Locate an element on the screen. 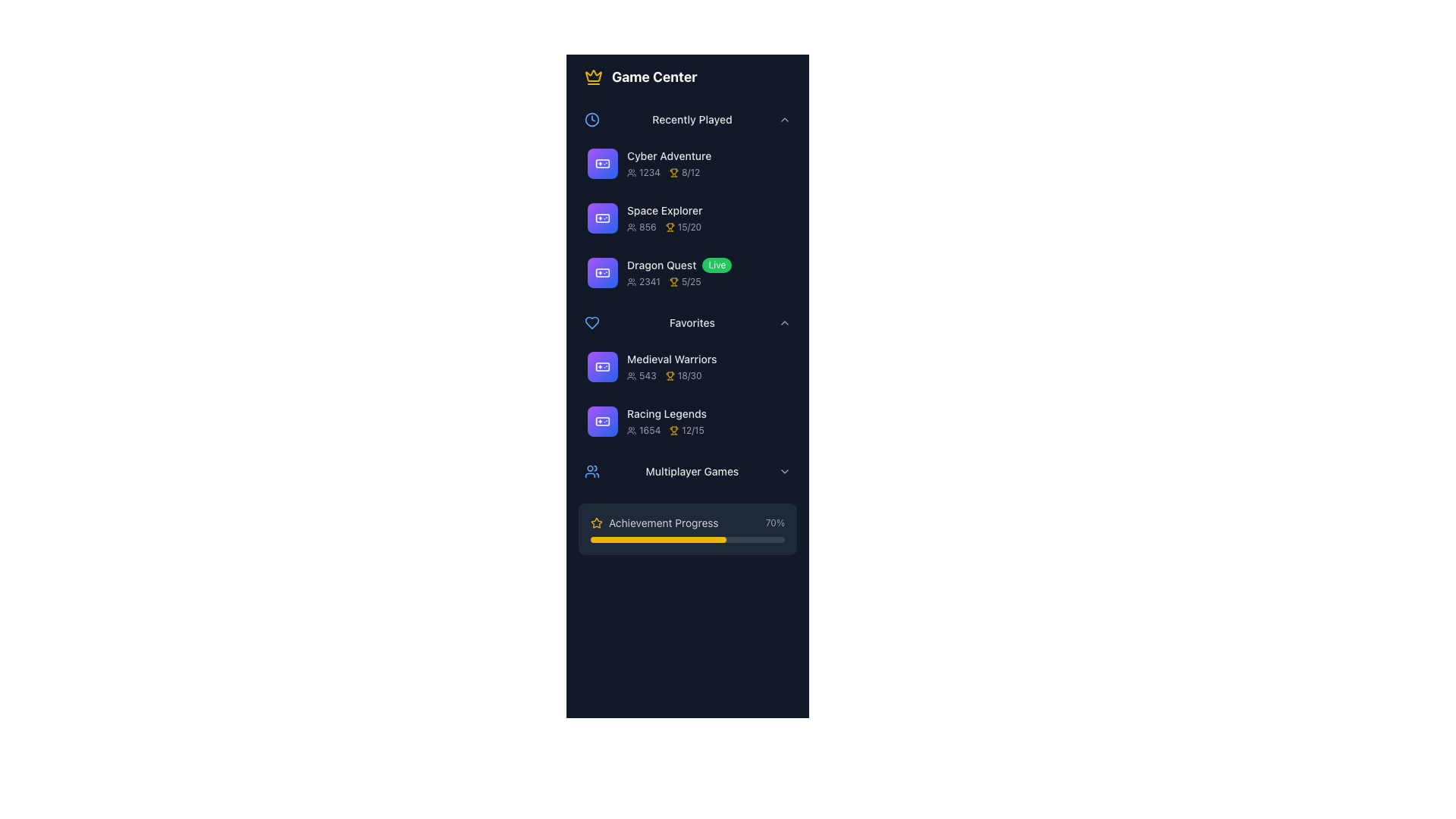 The height and width of the screenshot is (819, 1456). the List Item labeled 'Dragon Quest', which features a 'Live' badge, user count '2341', and trophy score '5/25', positioned in the 'Recently Played' section is located at coordinates (706, 271).